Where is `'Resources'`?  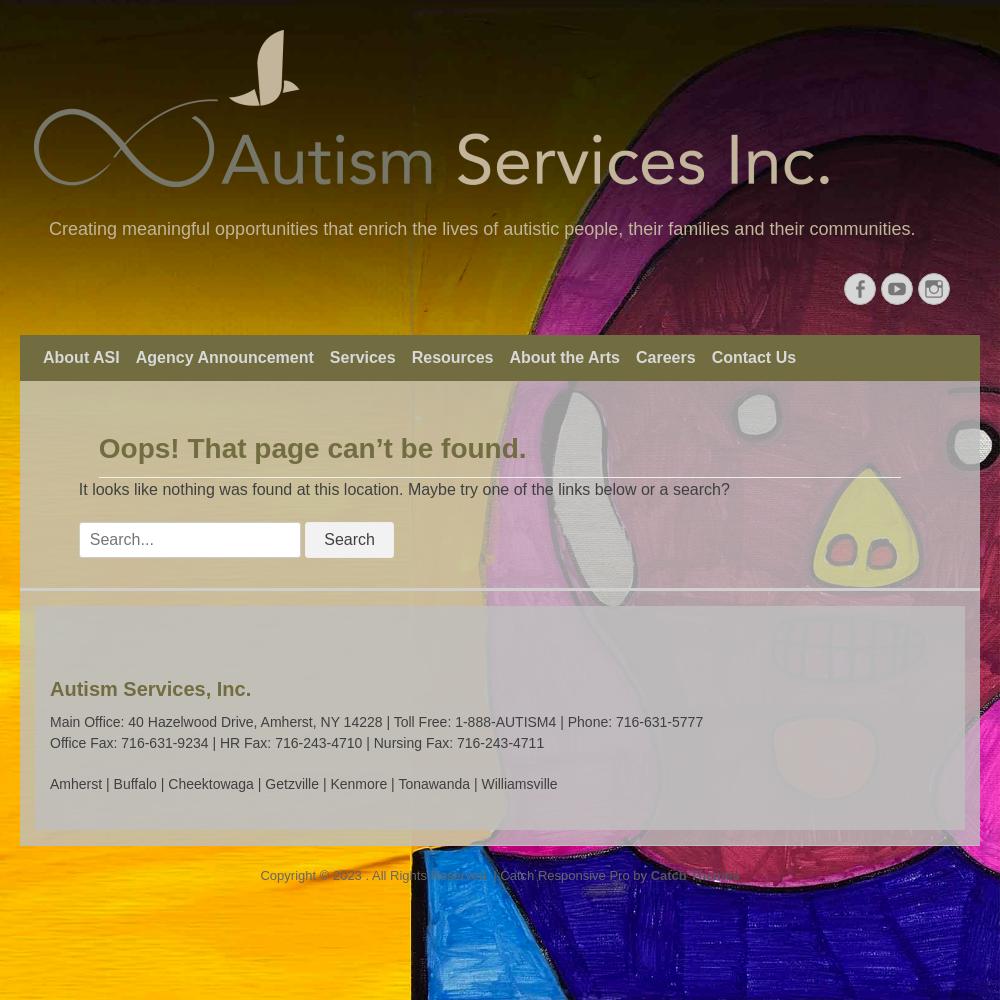 'Resources' is located at coordinates (451, 356).